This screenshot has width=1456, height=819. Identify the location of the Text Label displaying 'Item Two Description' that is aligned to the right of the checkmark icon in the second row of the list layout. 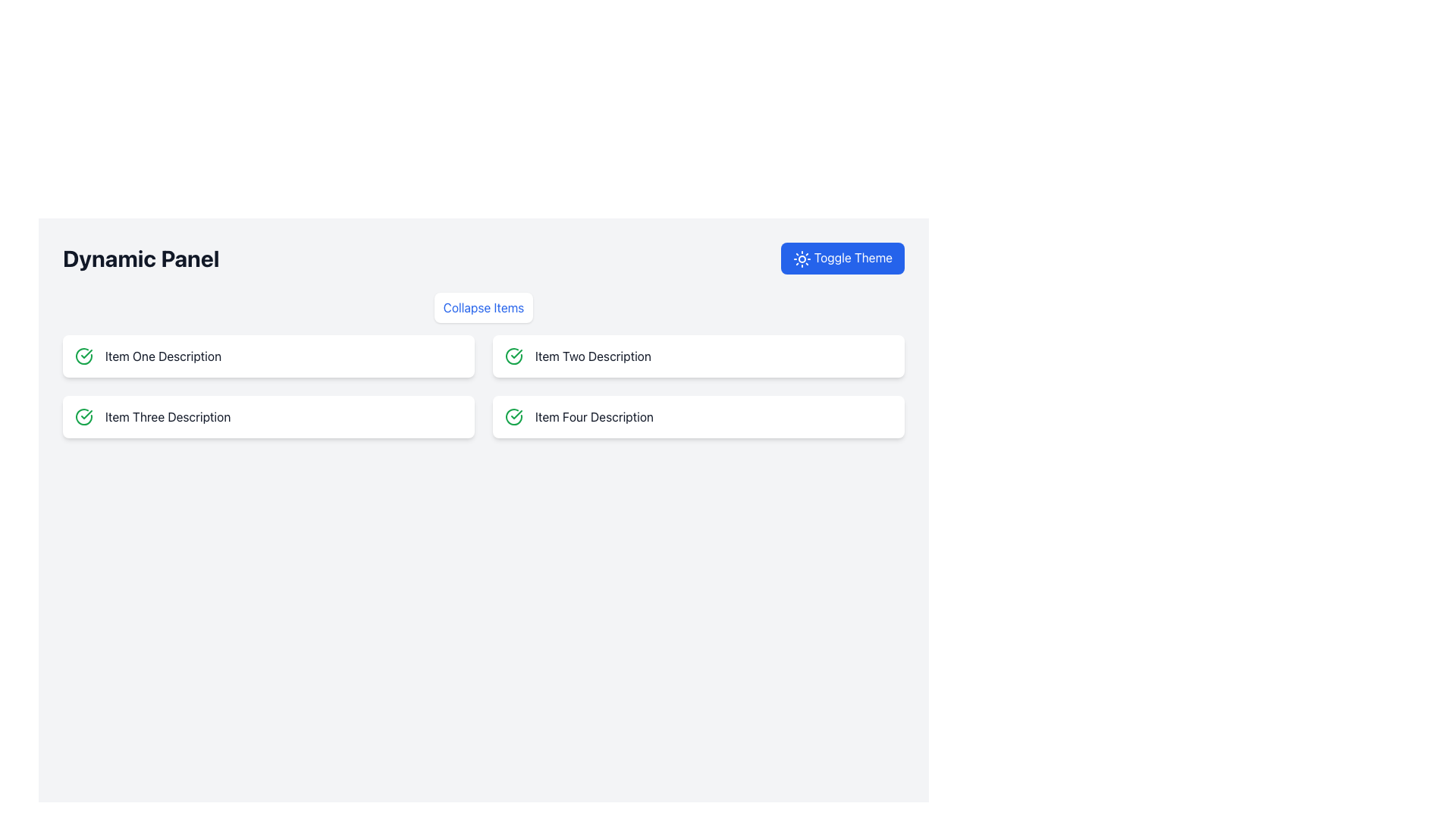
(592, 356).